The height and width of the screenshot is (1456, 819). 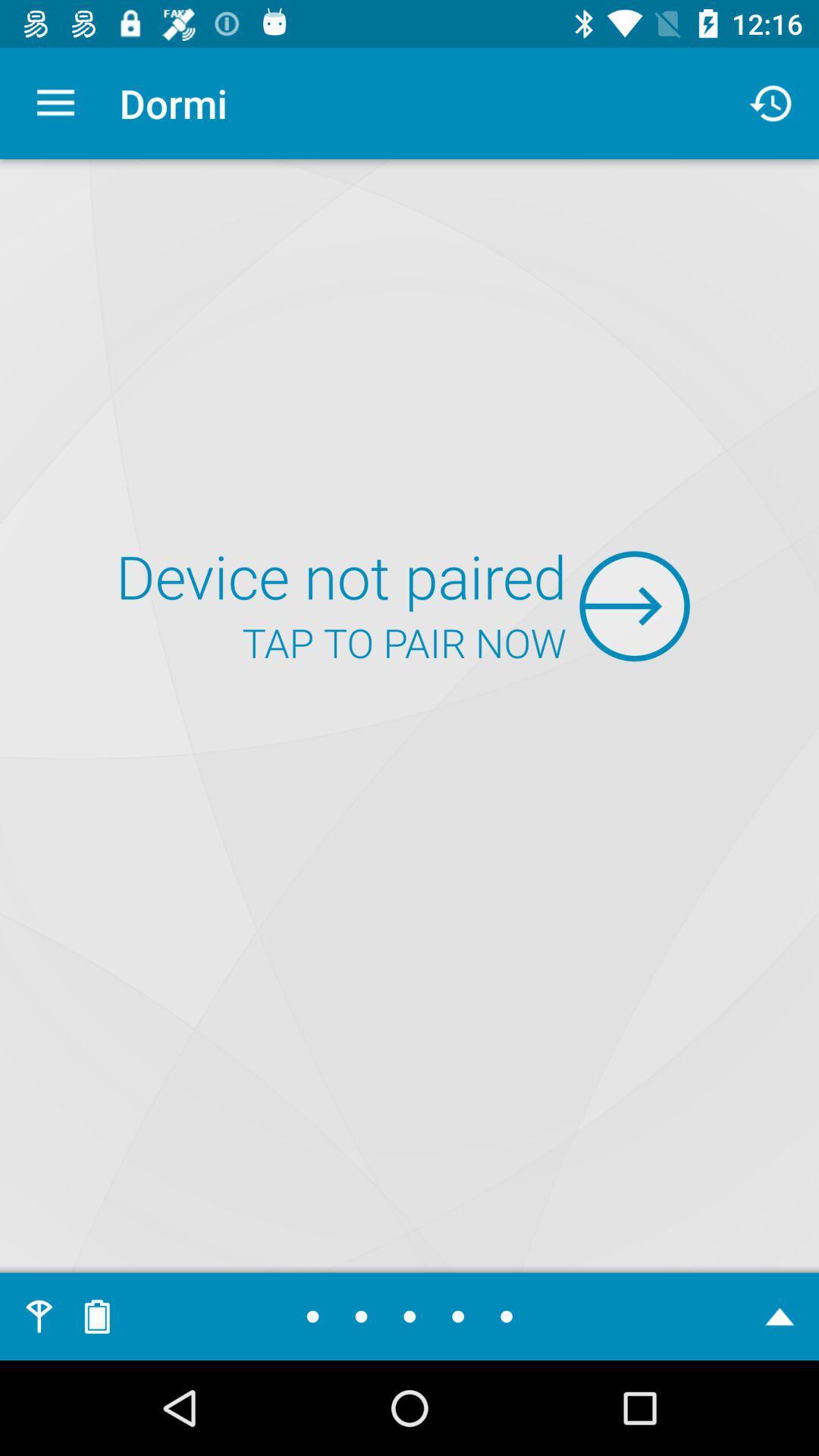 I want to click on the icon next to the dormi app, so click(x=55, y=102).